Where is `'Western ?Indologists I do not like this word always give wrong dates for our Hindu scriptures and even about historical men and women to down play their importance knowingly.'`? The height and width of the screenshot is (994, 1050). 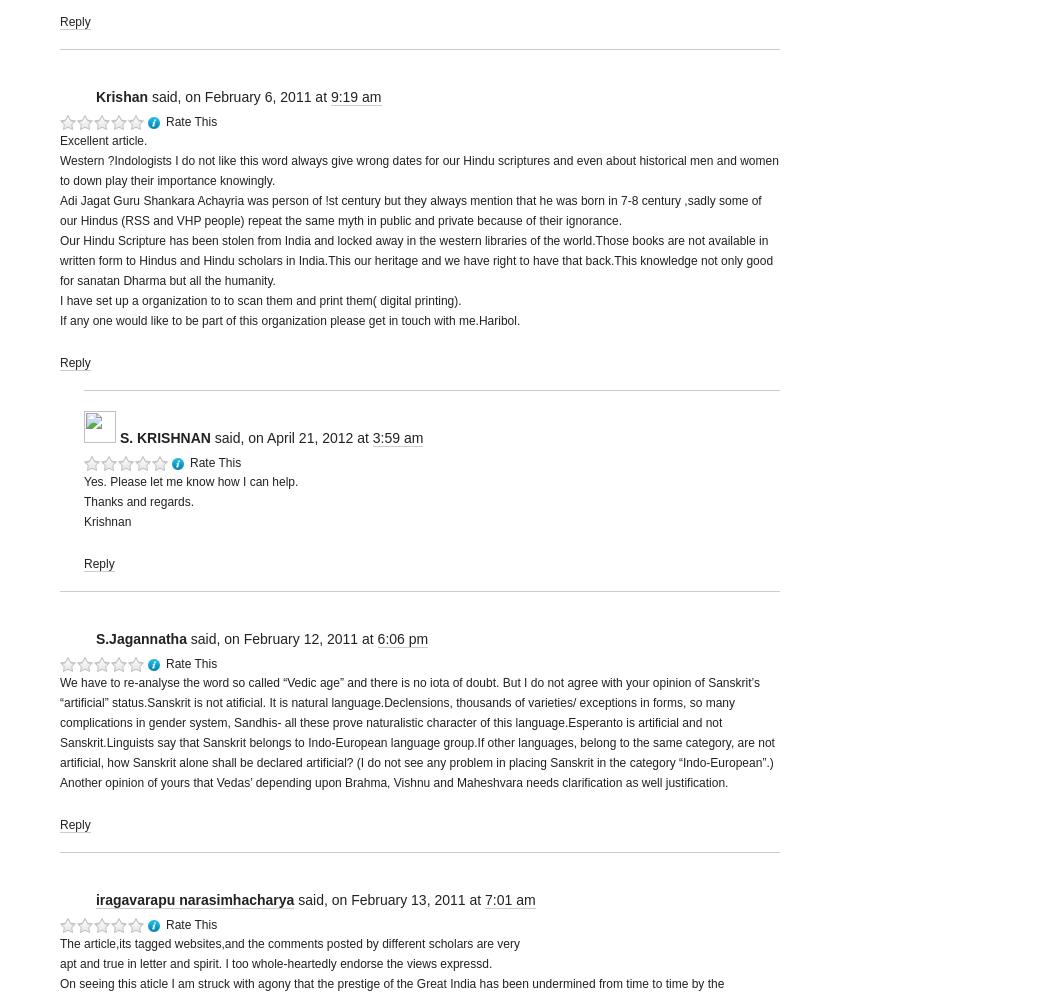
'Western ?Indologists I do not like this word always give wrong dates for our Hindu scriptures and even about historical men and women to down play their importance knowingly.' is located at coordinates (417, 170).